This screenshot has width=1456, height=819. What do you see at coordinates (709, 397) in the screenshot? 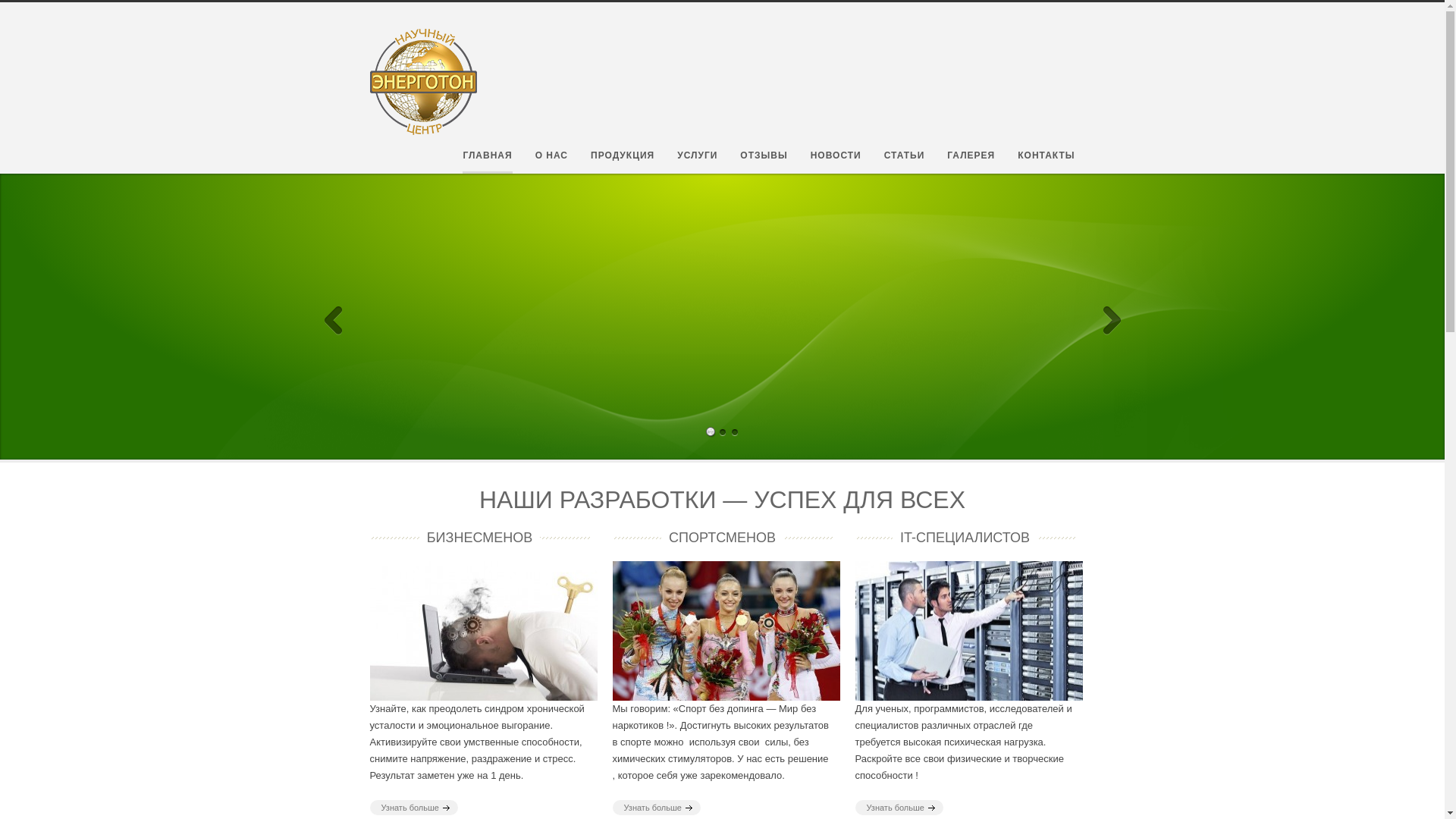
I see `'1'` at bounding box center [709, 397].